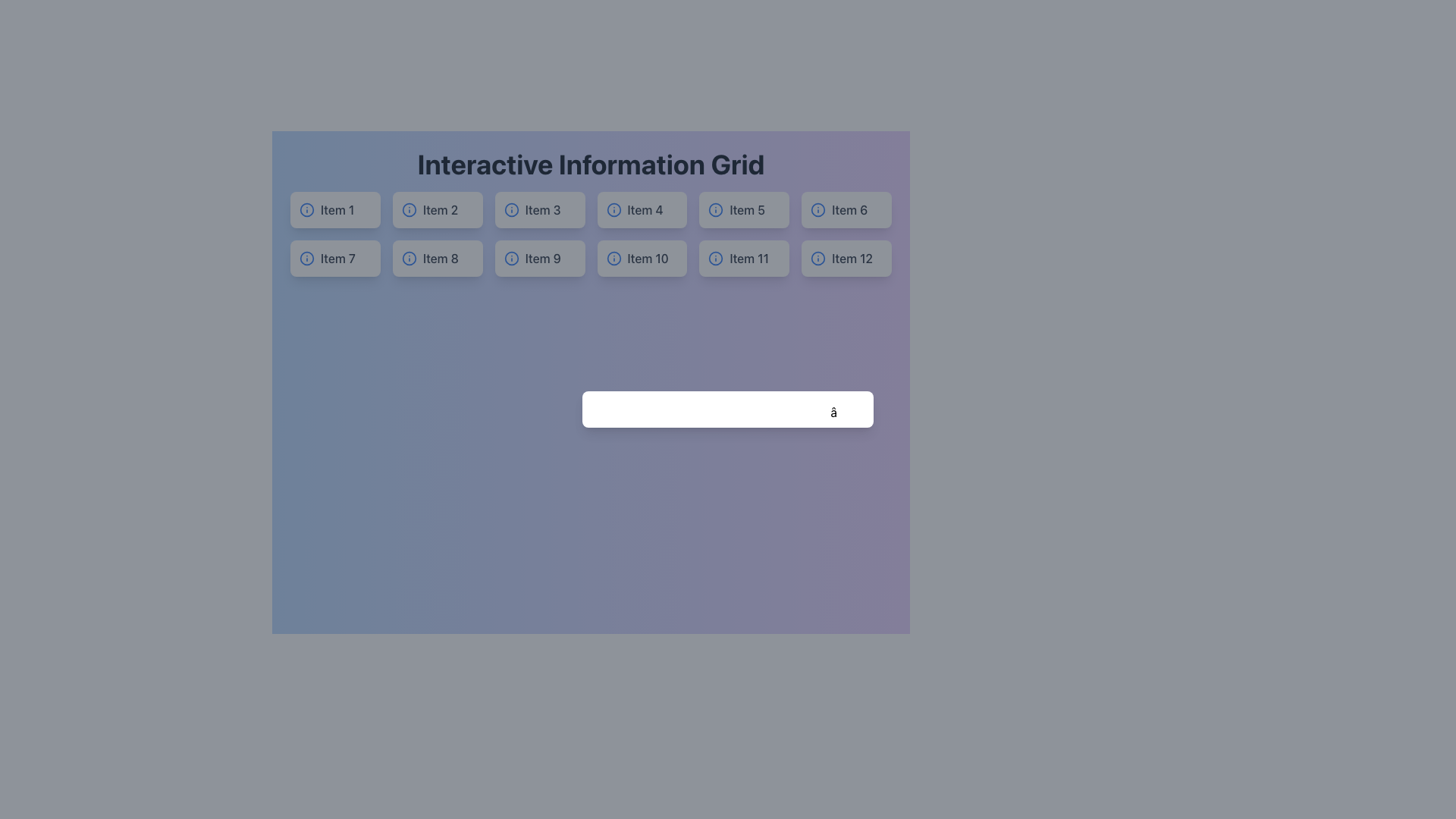 The height and width of the screenshot is (819, 1456). Describe the element at coordinates (613, 210) in the screenshot. I see `the informational icon associated with 'Item 4' to trigger a tooltip` at that location.